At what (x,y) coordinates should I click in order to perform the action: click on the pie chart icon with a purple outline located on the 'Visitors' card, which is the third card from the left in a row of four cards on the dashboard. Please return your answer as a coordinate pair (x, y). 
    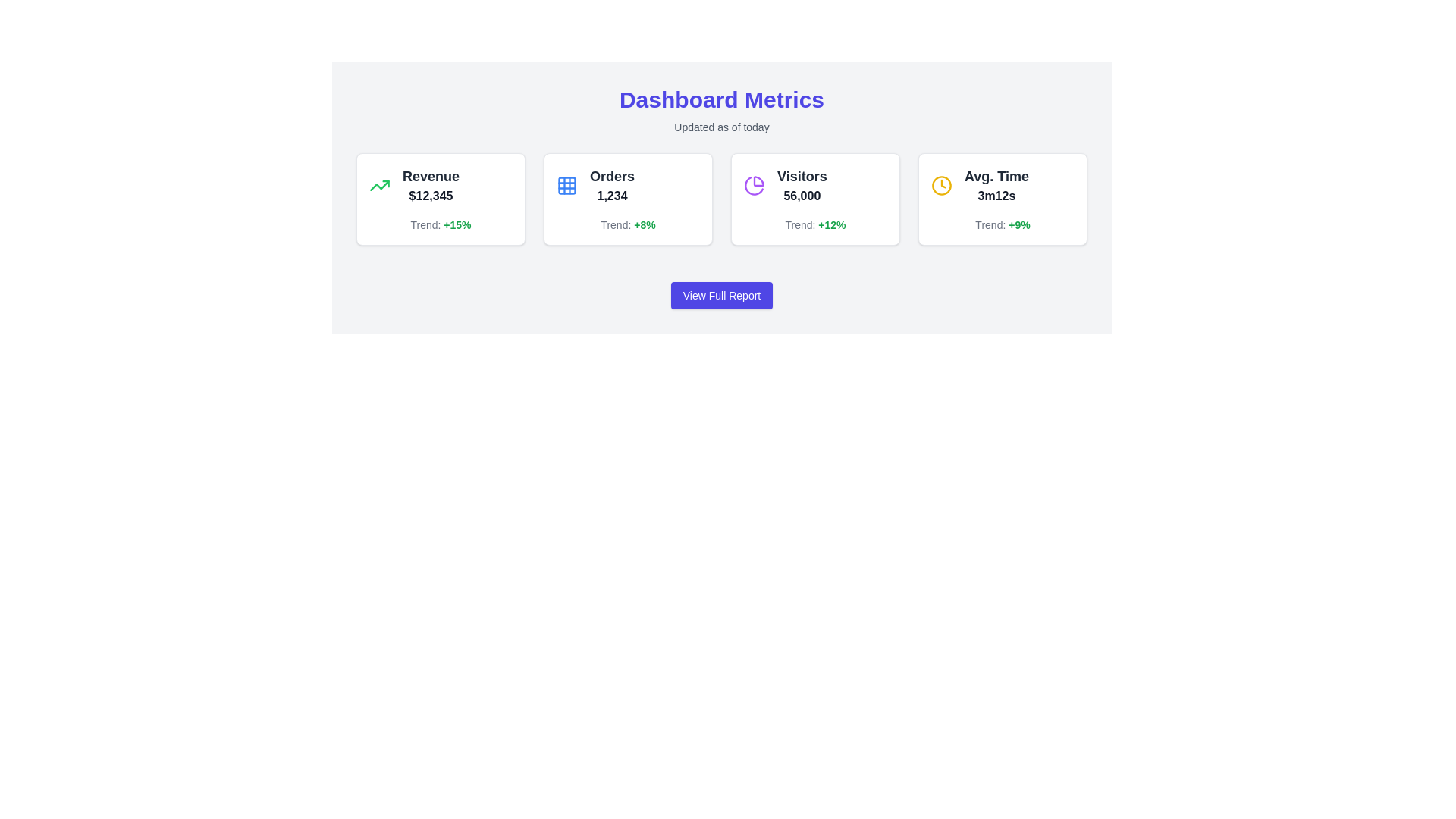
    Looking at the image, I should click on (754, 185).